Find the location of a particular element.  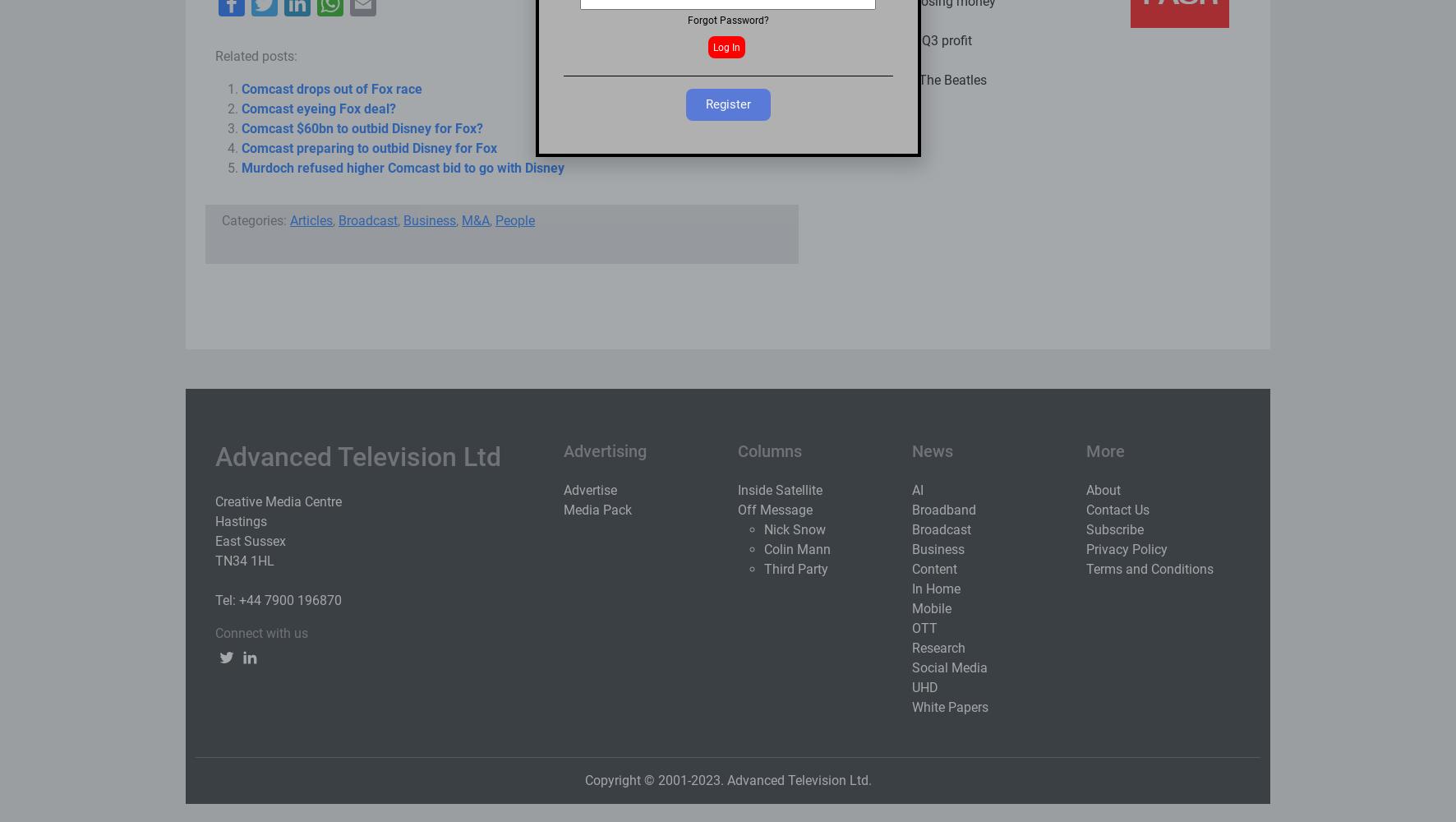

'Comcast preparing to outbid Disney for Fox' is located at coordinates (368, 147).